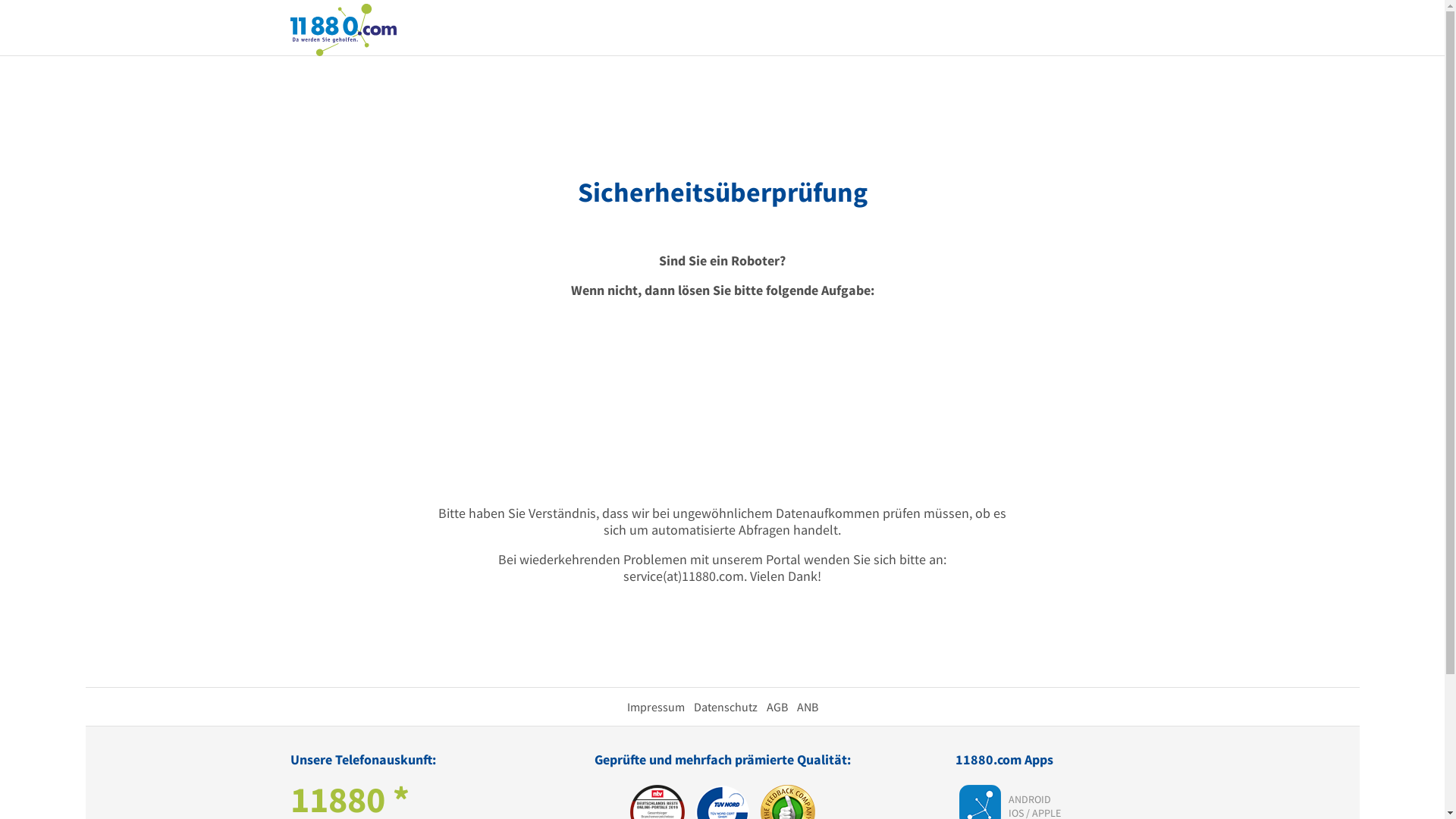 This screenshot has width=1456, height=819. Describe the element at coordinates (776, 707) in the screenshot. I see `'AGB'` at that location.